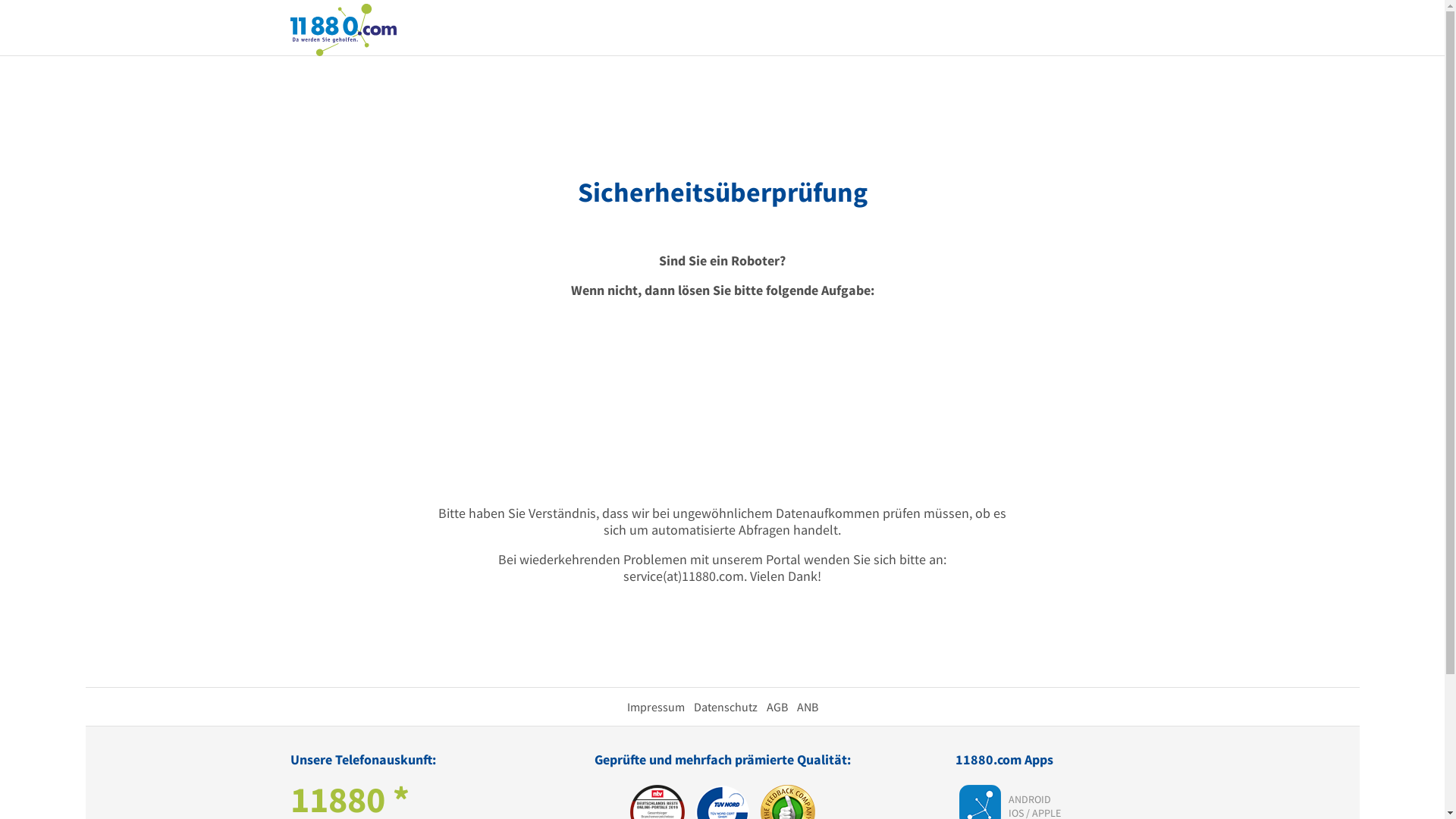 This screenshot has width=1456, height=819. Describe the element at coordinates (776, 707) in the screenshot. I see `'AGB'` at that location.